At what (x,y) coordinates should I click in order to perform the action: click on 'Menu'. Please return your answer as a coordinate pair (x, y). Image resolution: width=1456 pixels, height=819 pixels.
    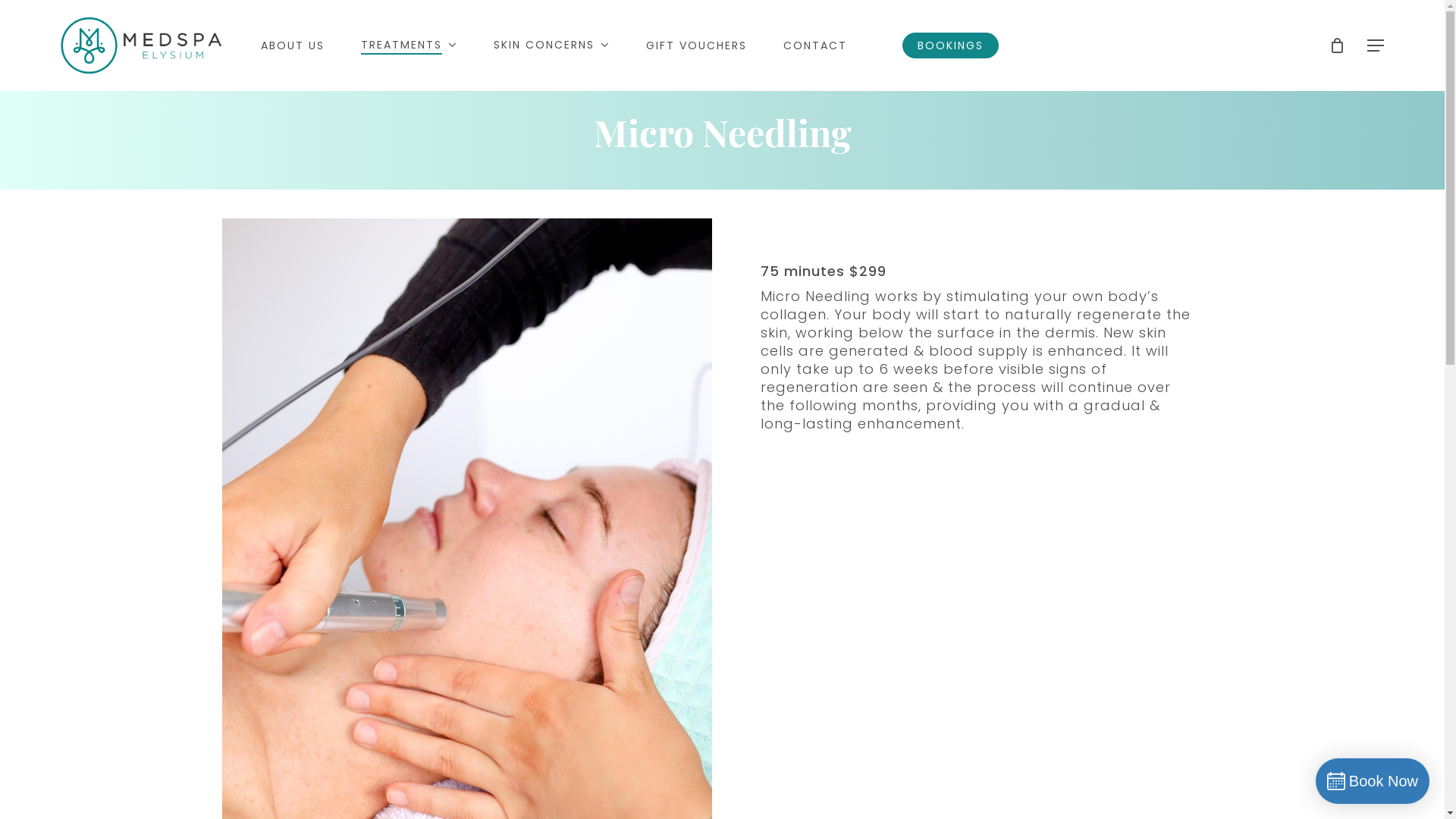
    Looking at the image, I should click on (1376, 45).